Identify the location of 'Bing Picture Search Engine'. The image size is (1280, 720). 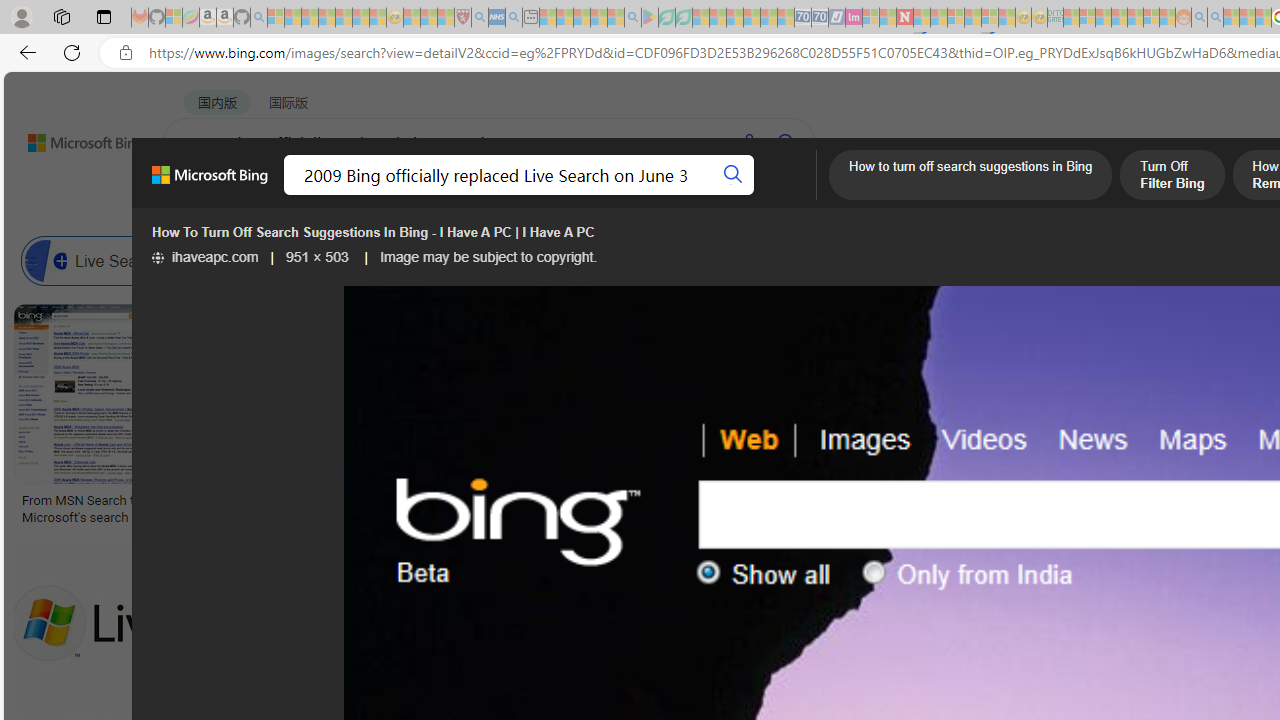
(395, 260).